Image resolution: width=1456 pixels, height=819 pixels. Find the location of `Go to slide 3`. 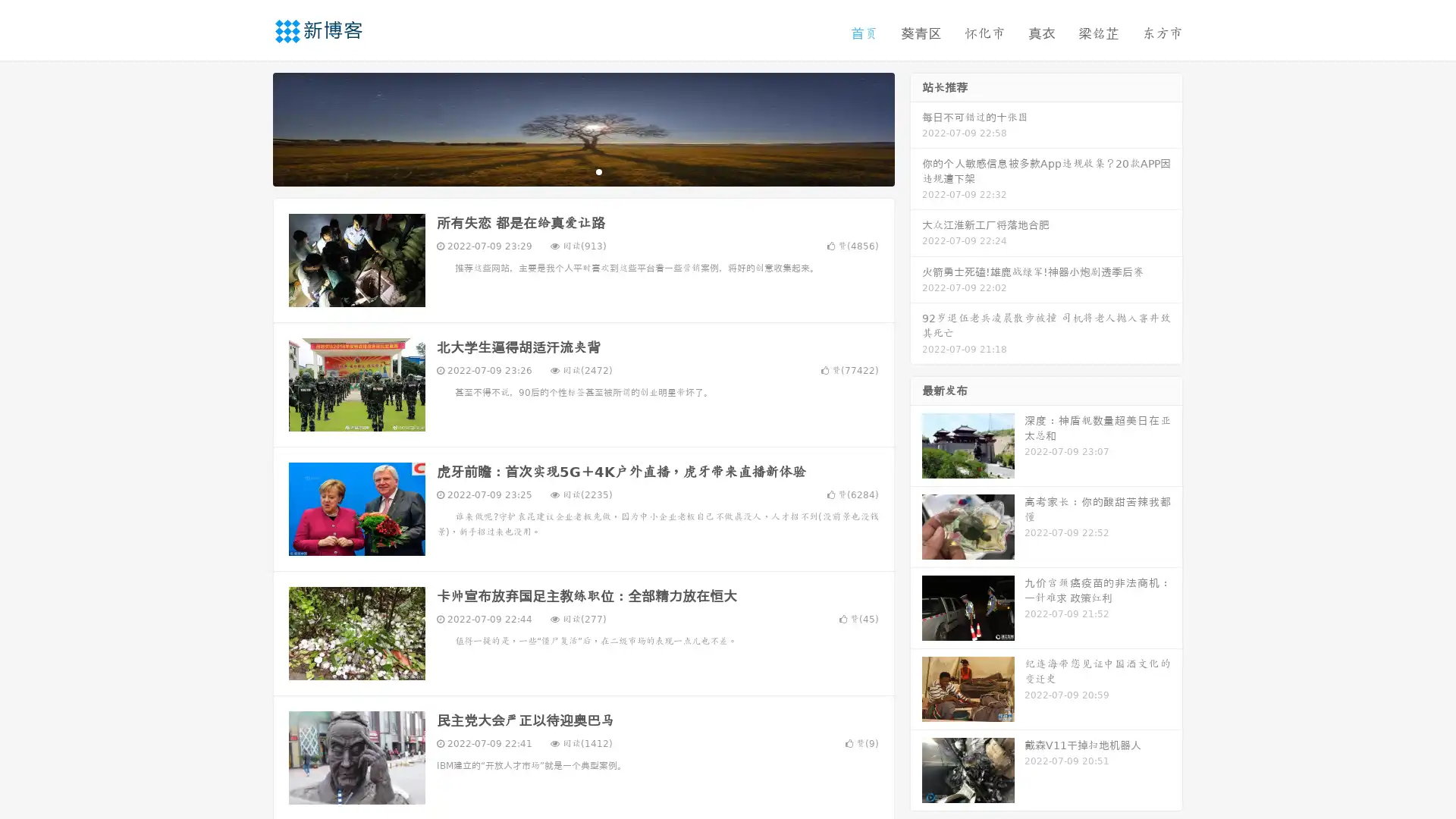

Go to slide 3 is located at coordinates (598, 171).